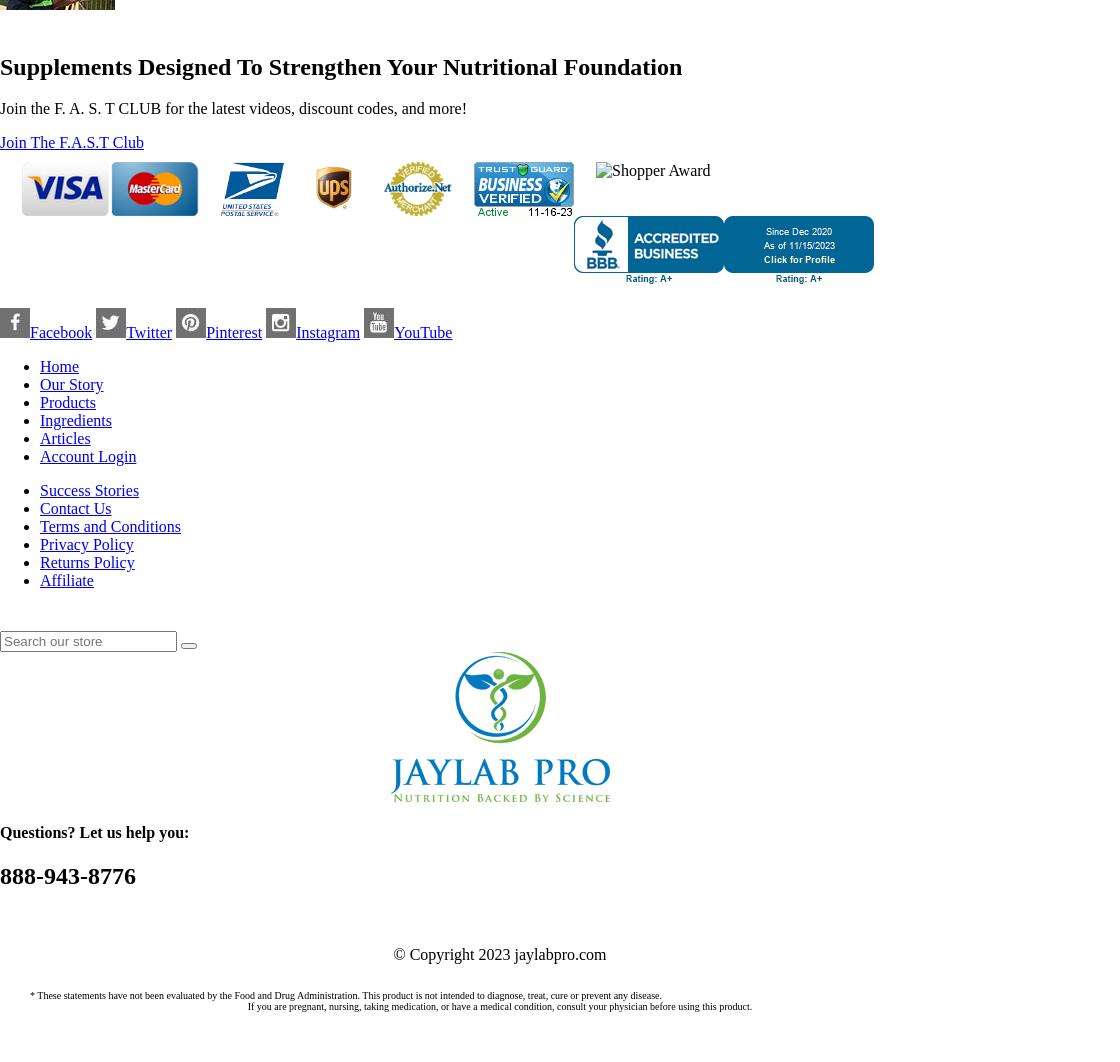 This screenshot has width=1120, height=1062. What do you see at coordinates (66, 580) in the screenshot?
I see `'Affiliate'` at bounding box center [66, 580].